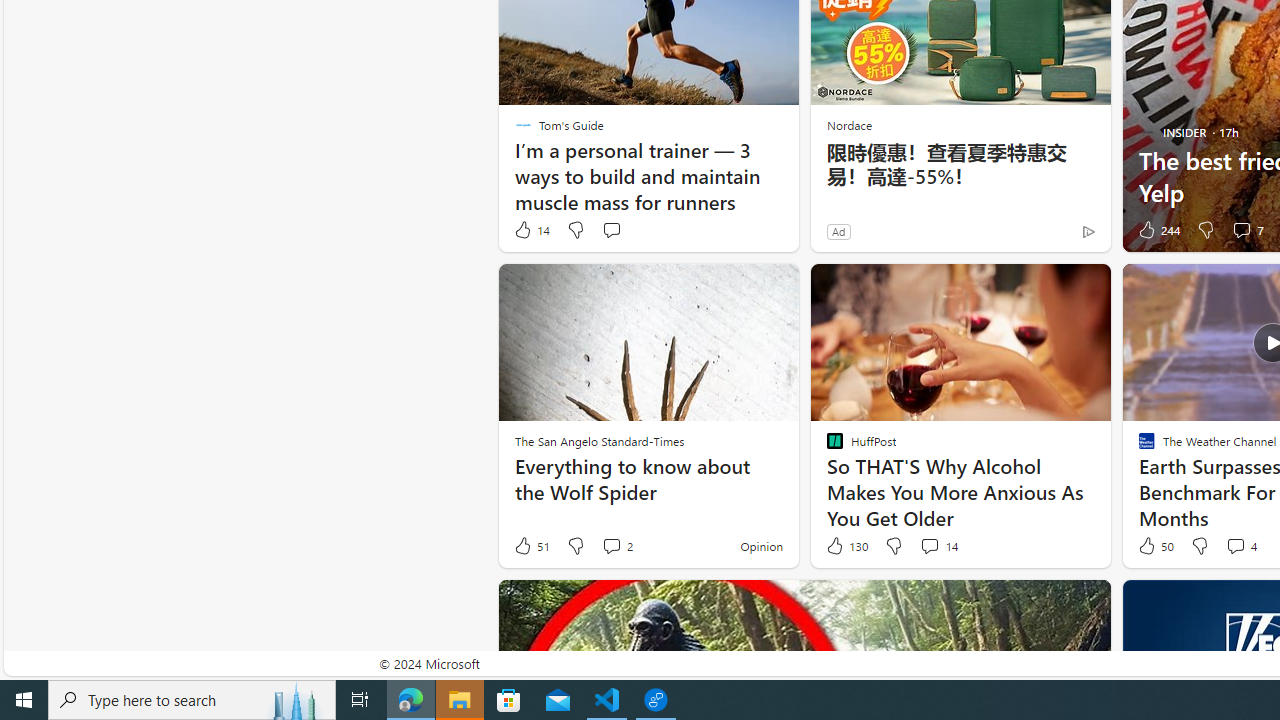  What do you see at coordinates (1200, 546) in the screenshot?
I see `'Dislike'` at bounding box center [1200, 546].